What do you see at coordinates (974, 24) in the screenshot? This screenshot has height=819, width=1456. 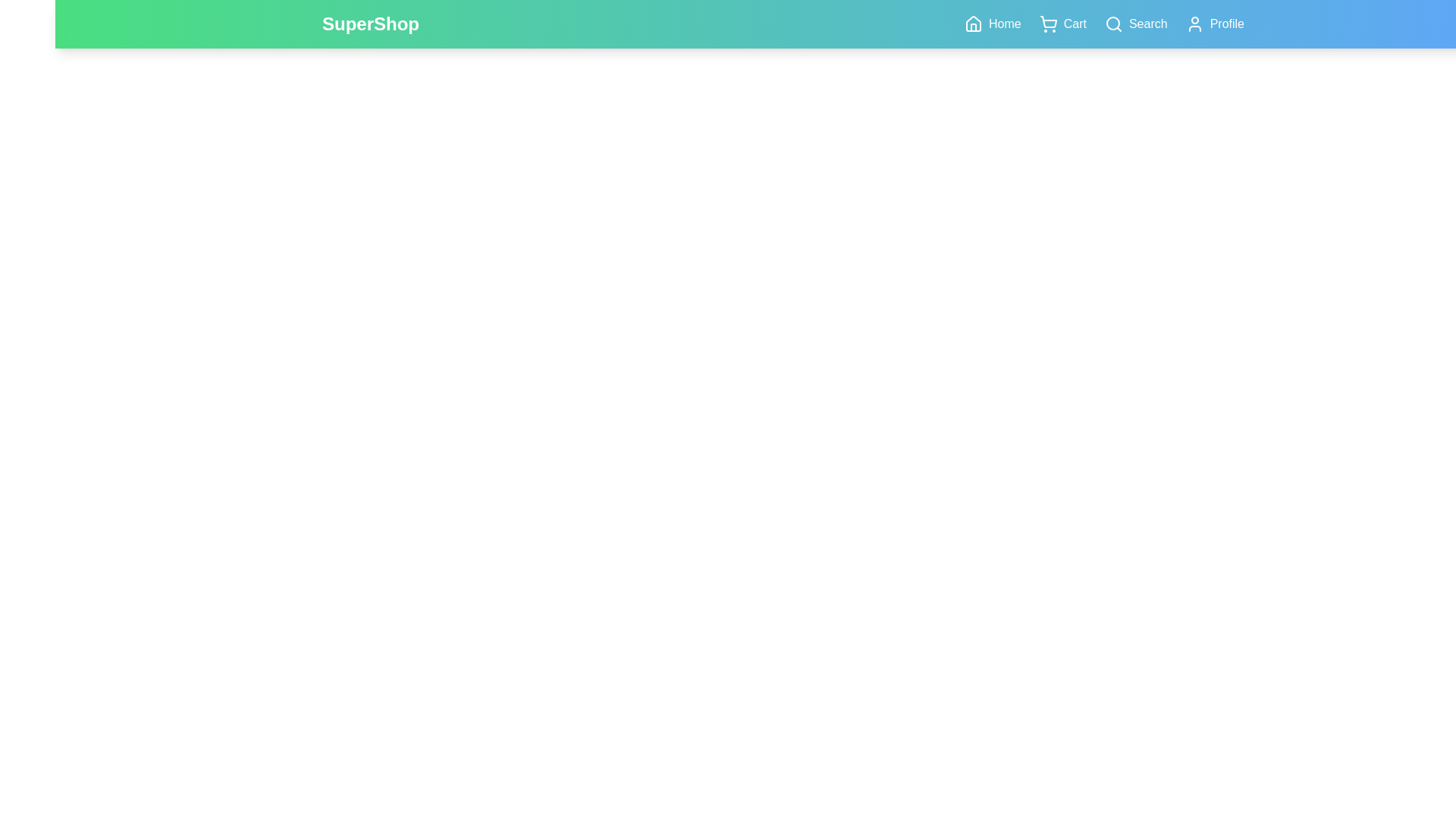 I see `the house icon in the navigation bar, which serves as the 'Home' button` at bounding box center [974, 24].